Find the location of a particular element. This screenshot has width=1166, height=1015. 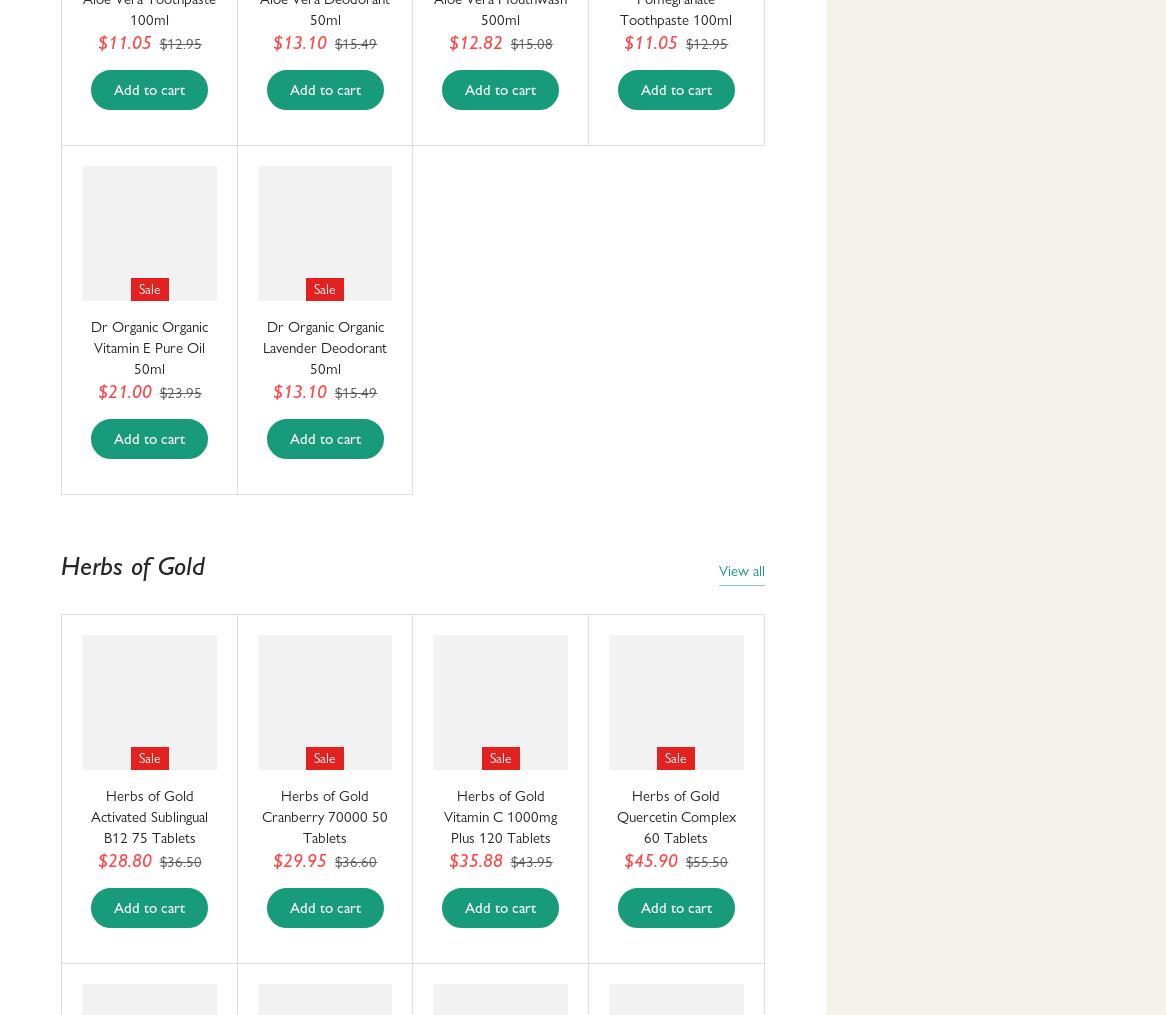

'$28.80' is located at coordinates (123, 860).